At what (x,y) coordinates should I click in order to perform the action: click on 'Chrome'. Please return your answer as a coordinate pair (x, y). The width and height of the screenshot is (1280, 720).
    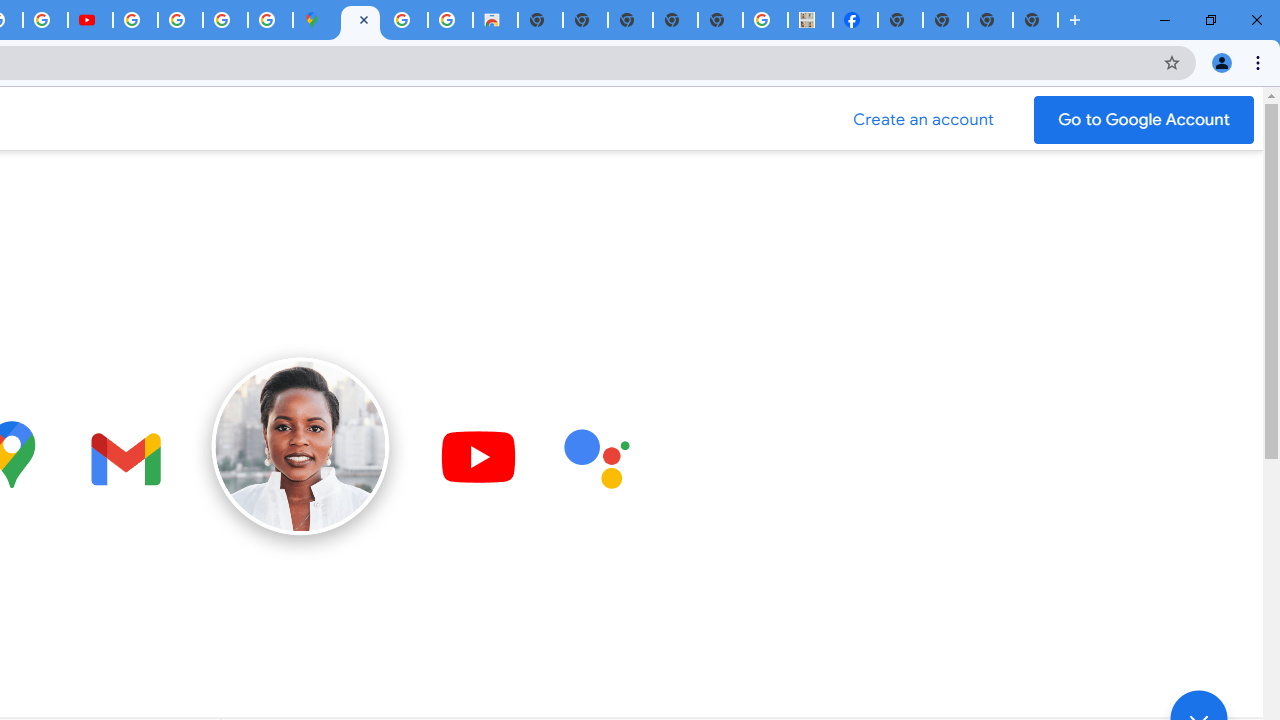
    Looking at the image, I should click on (1259, 61).